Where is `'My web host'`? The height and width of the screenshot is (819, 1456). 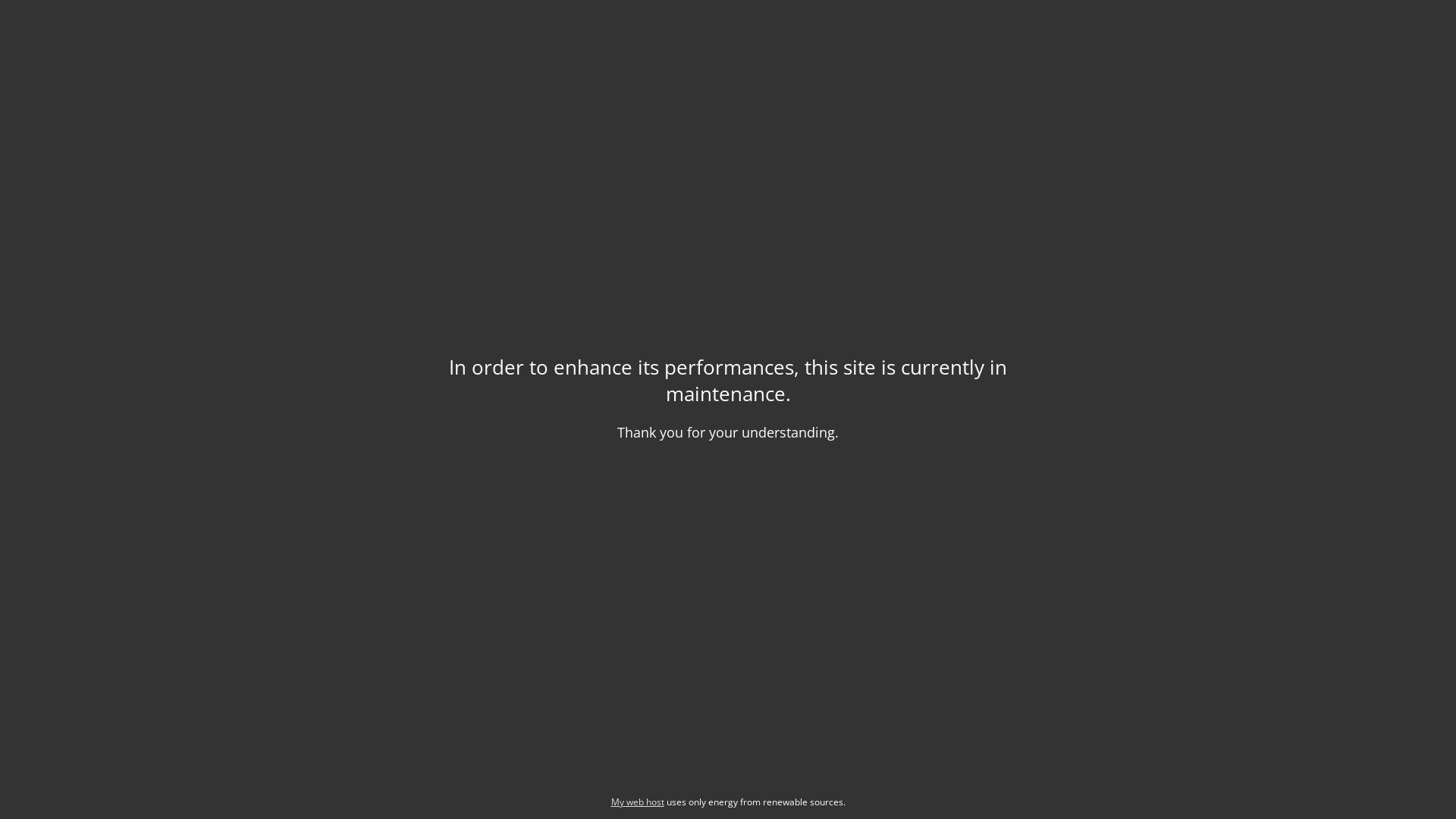
'My web host' is located at coordinates (637, 801).